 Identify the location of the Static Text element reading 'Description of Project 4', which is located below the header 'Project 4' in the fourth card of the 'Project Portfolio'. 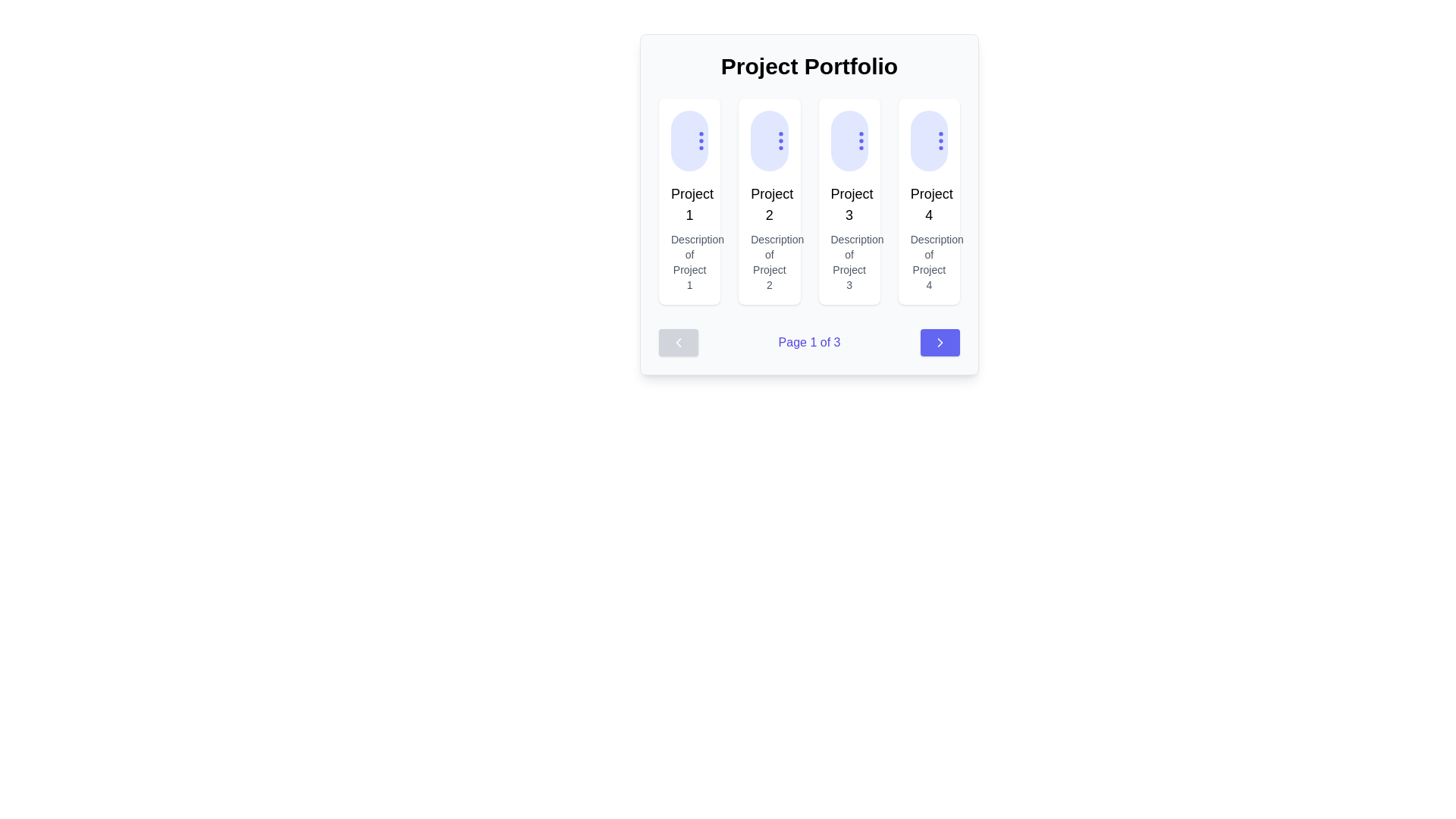
(928, 262).